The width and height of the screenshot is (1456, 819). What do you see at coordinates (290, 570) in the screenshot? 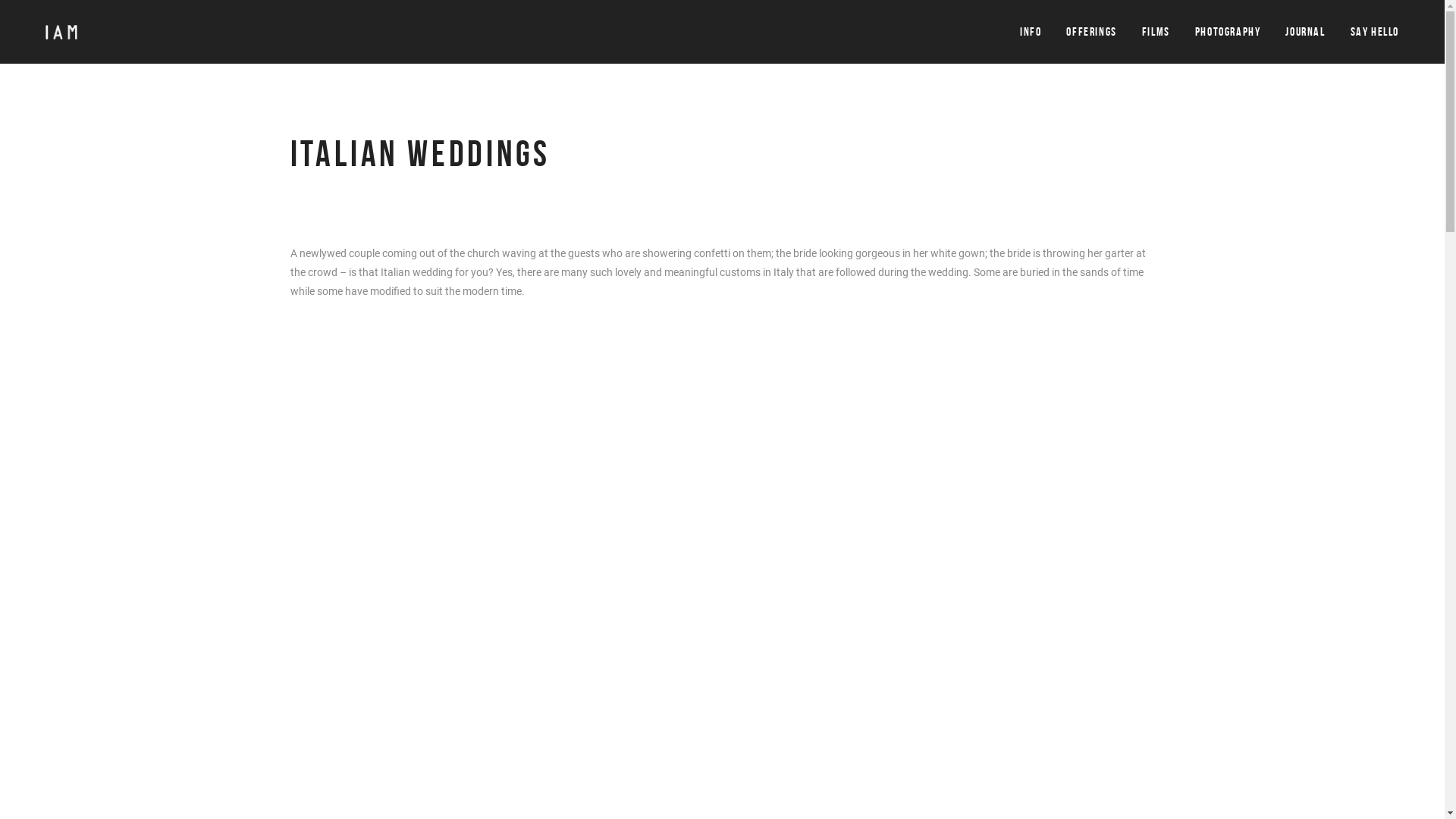
I see `'Peta + Chris __ Highlights Film'` at bounding box center [290, 570].